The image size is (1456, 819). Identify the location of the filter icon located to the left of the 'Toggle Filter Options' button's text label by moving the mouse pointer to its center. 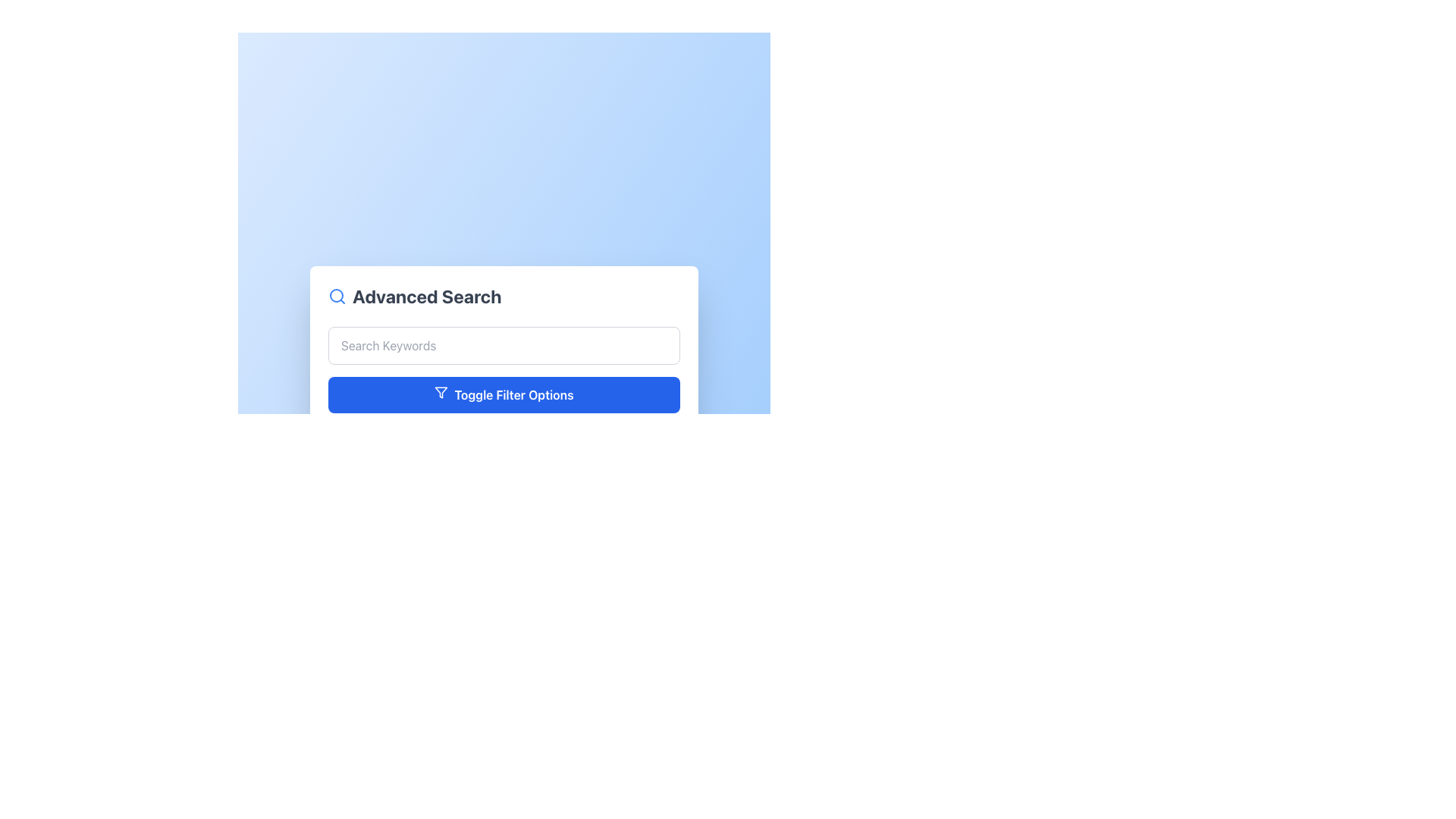
(441, 391).